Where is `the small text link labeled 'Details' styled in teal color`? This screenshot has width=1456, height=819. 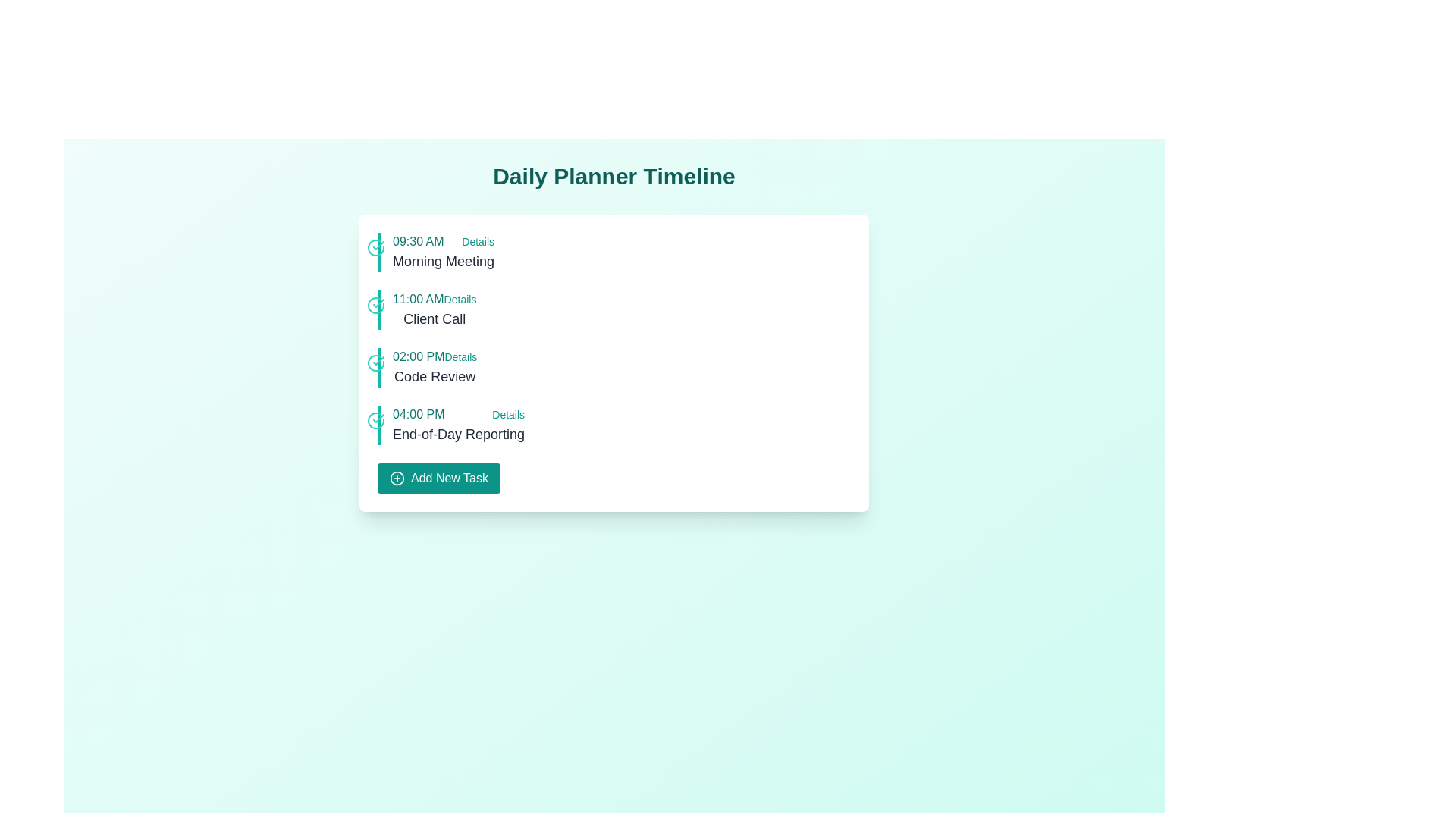 the small text link labeled 'Details' styled in teal color is located at coordinates (477, 241).